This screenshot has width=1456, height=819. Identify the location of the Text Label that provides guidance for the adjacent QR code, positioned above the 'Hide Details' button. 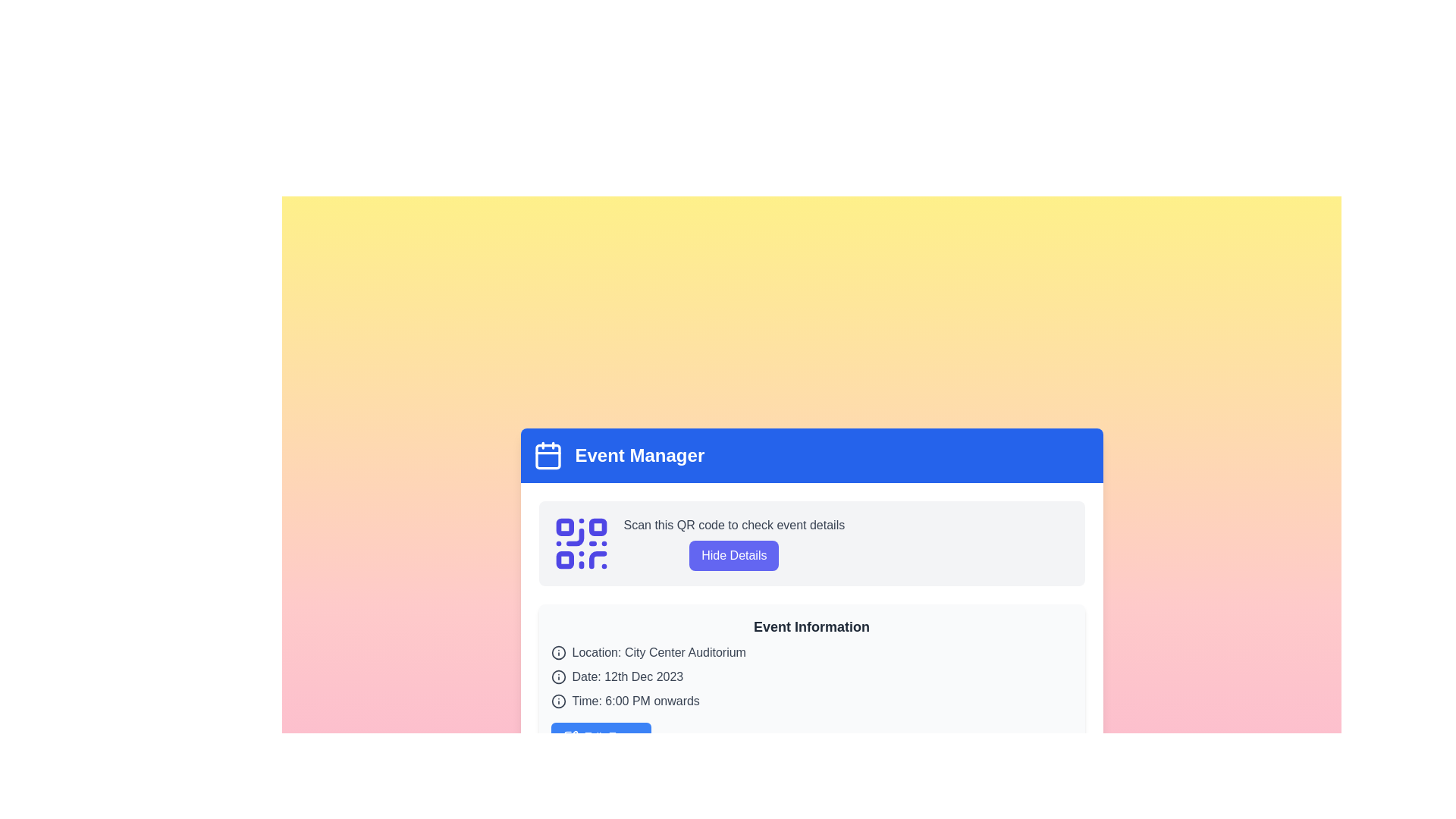
(734, 525).